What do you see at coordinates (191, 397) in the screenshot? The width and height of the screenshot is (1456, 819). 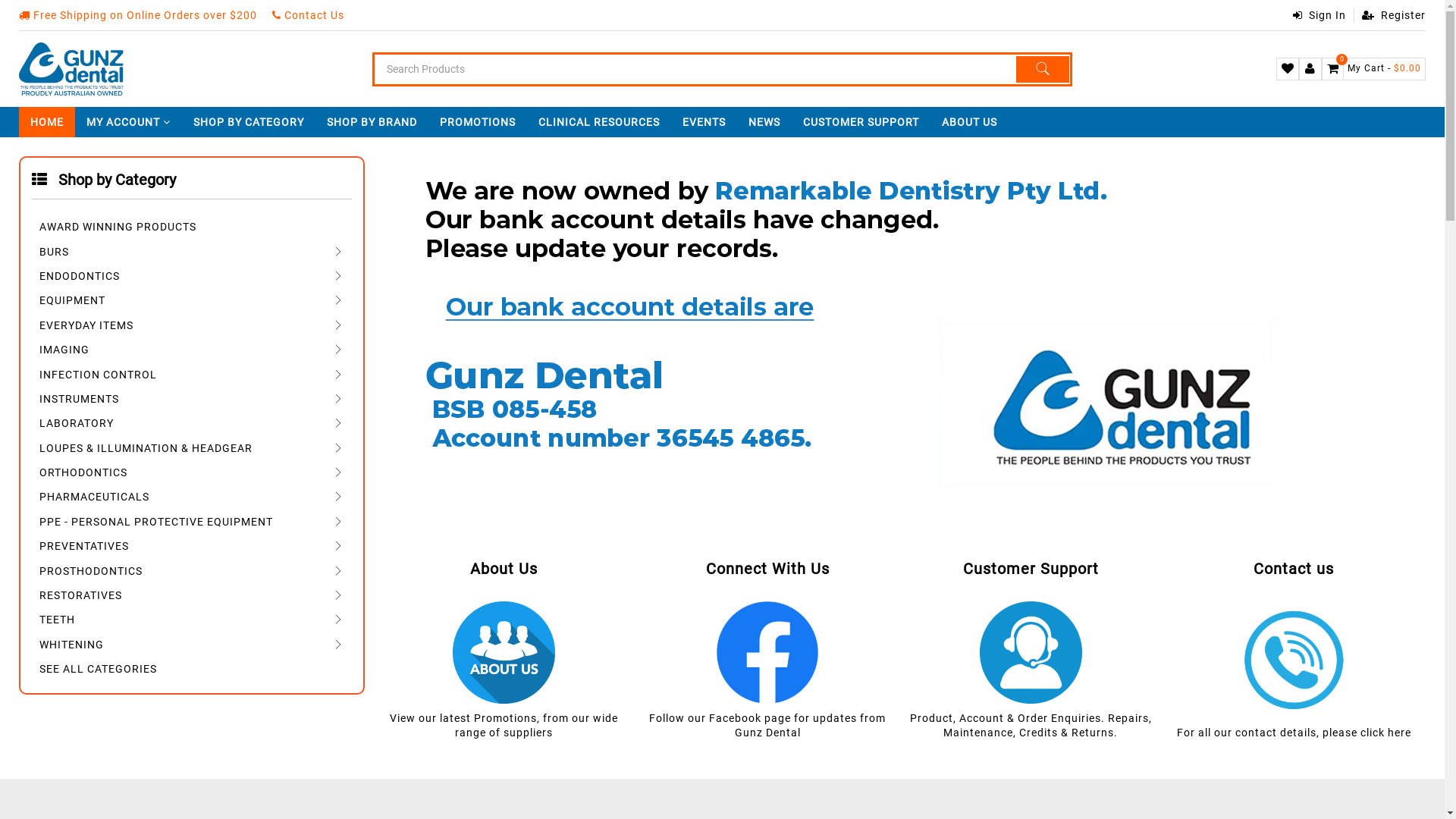 I see `'INSTRUMENTS'` at bounding box center [191, 397].